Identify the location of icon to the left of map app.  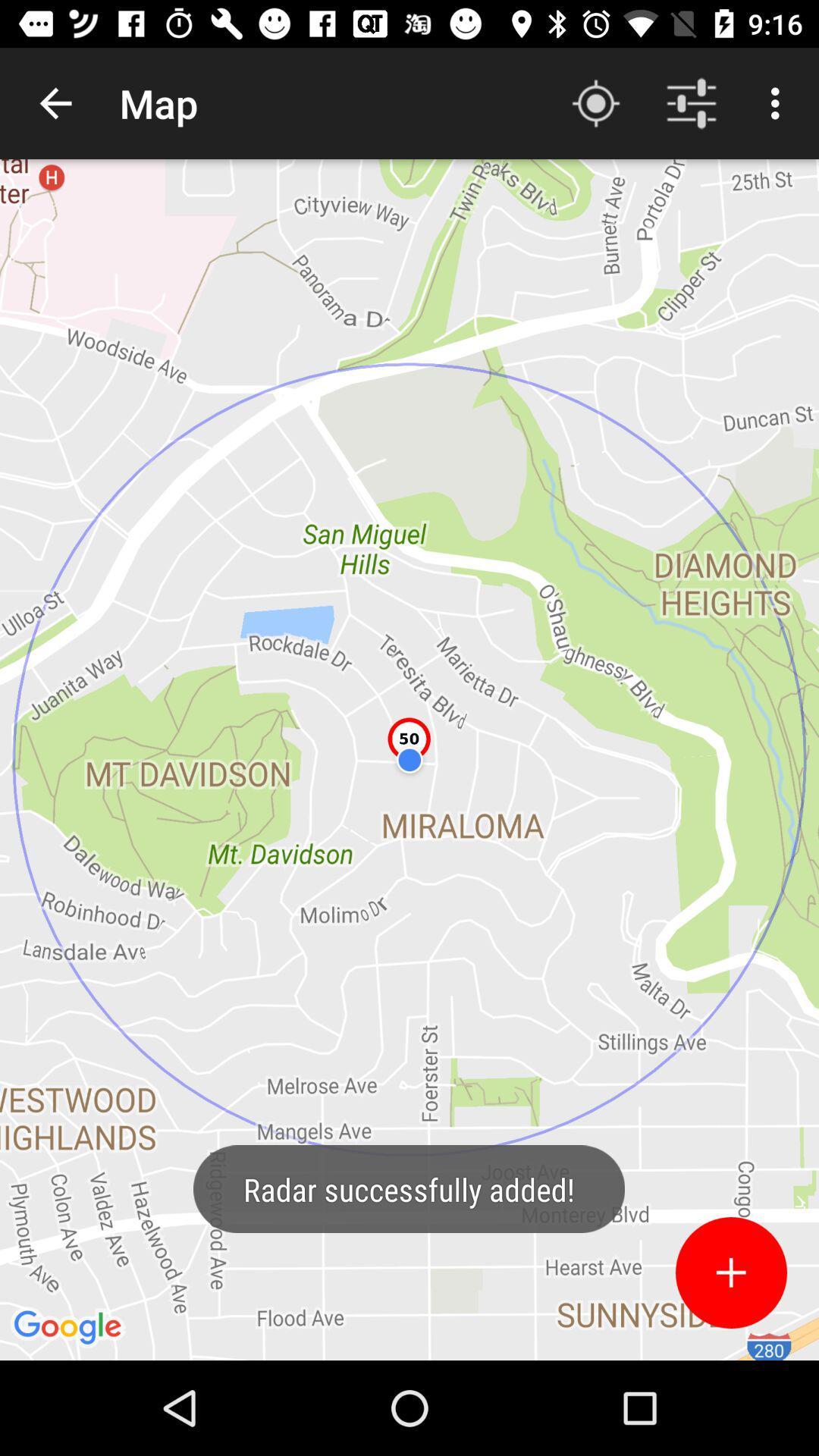
(55, 102).